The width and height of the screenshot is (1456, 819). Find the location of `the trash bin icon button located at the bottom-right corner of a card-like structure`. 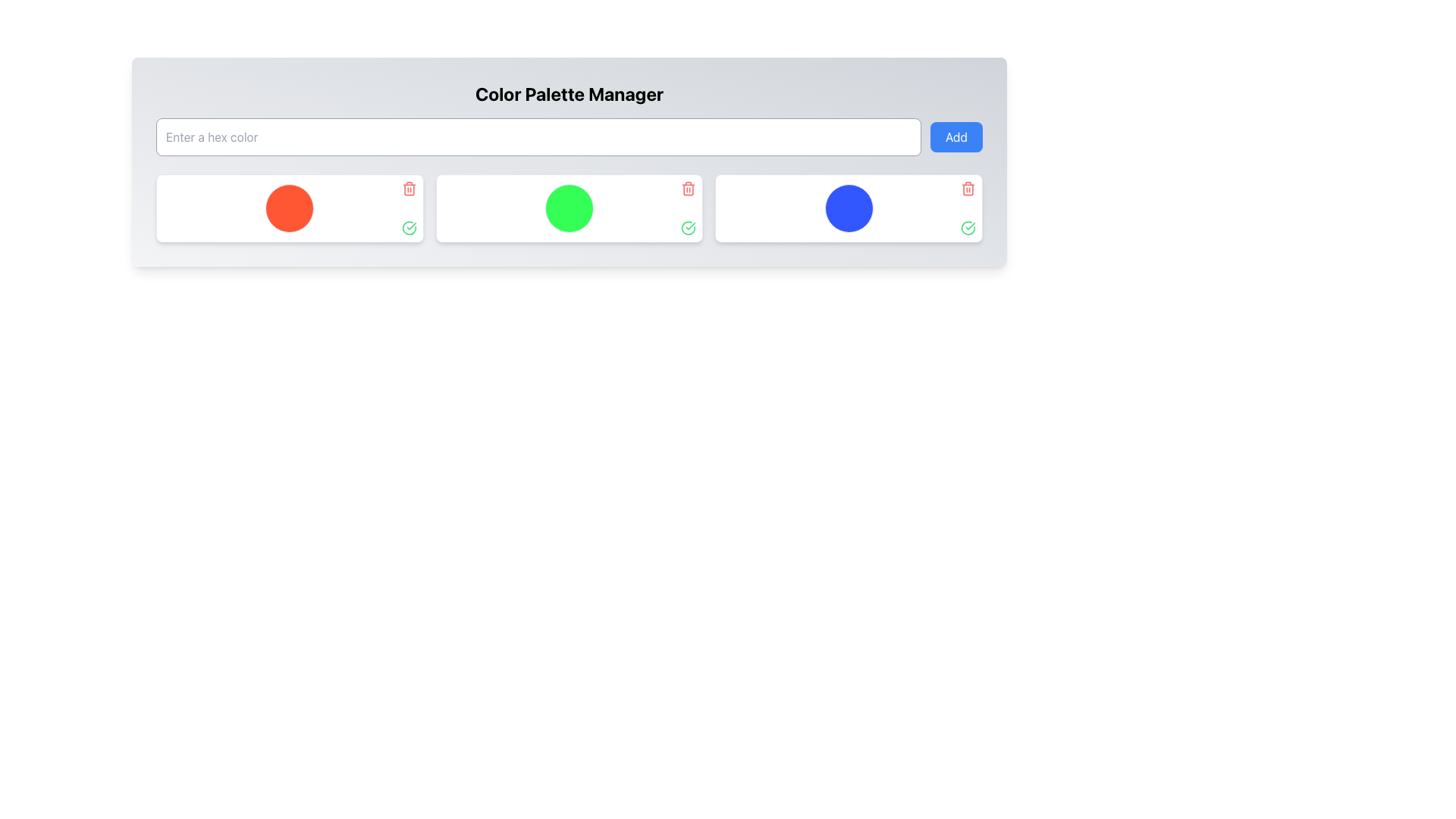

the trash bin icon button located at the bottom-right corner of a card-like structure is located at coordinates (967, 189).